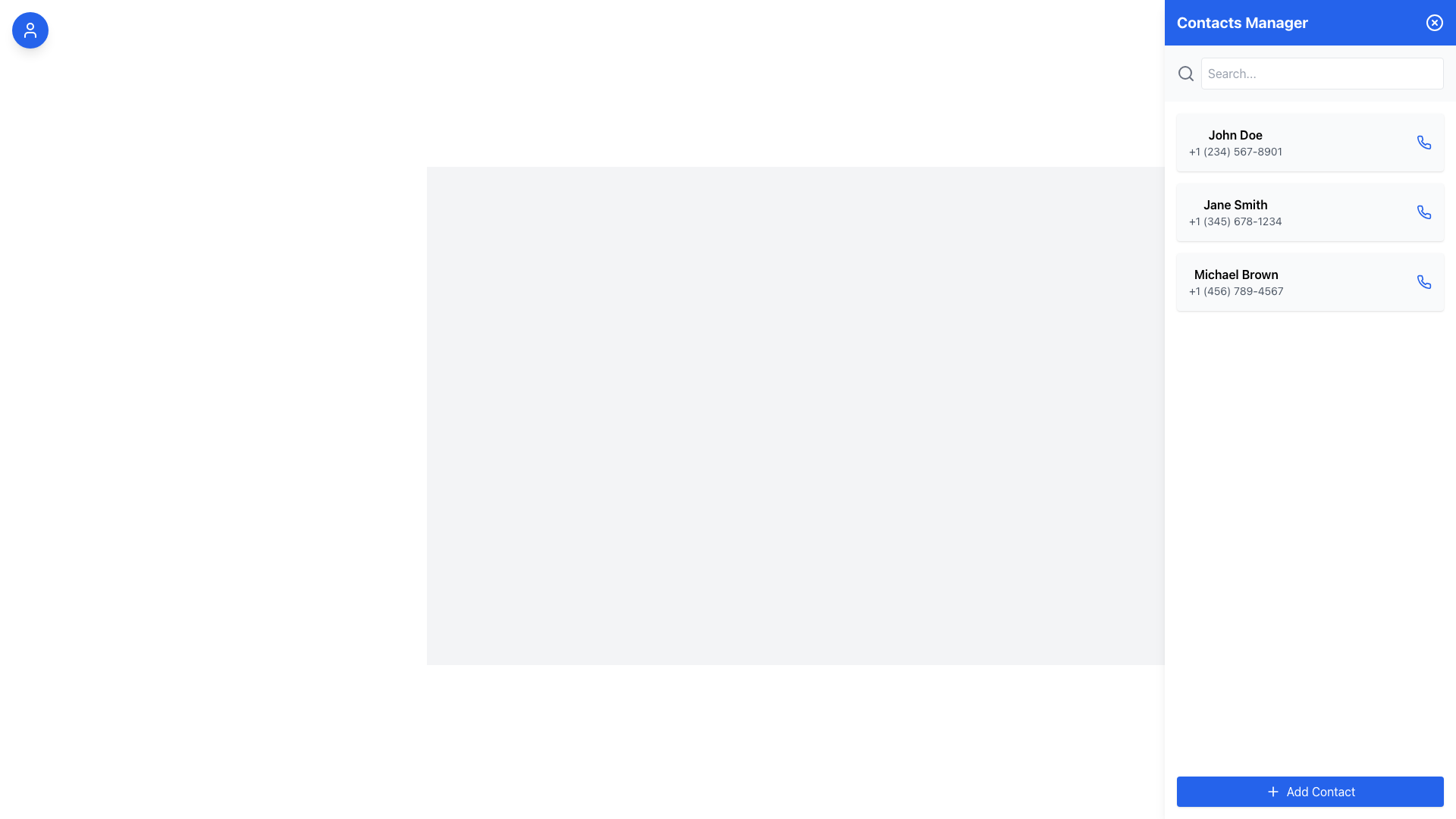 The width and height of the screenshot is (1456, 819). Describe the element at coordinates (30, 30) in the screenshot. I see `the user settings button located in the top-left corner of the interface` at that location.